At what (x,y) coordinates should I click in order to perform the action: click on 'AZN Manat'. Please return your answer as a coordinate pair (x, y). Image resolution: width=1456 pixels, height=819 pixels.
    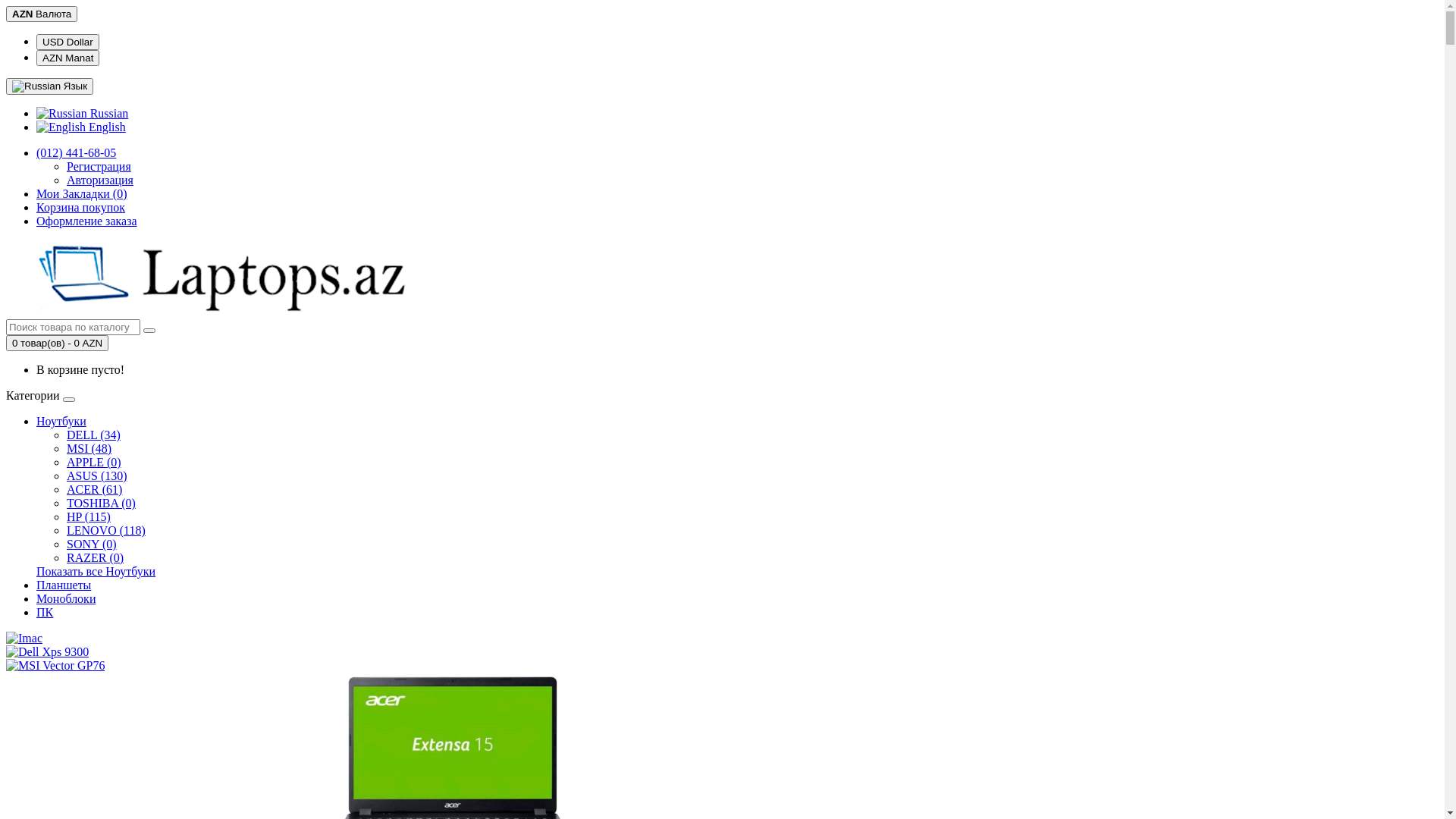
    Looking at the image, I should click on (36, 57).